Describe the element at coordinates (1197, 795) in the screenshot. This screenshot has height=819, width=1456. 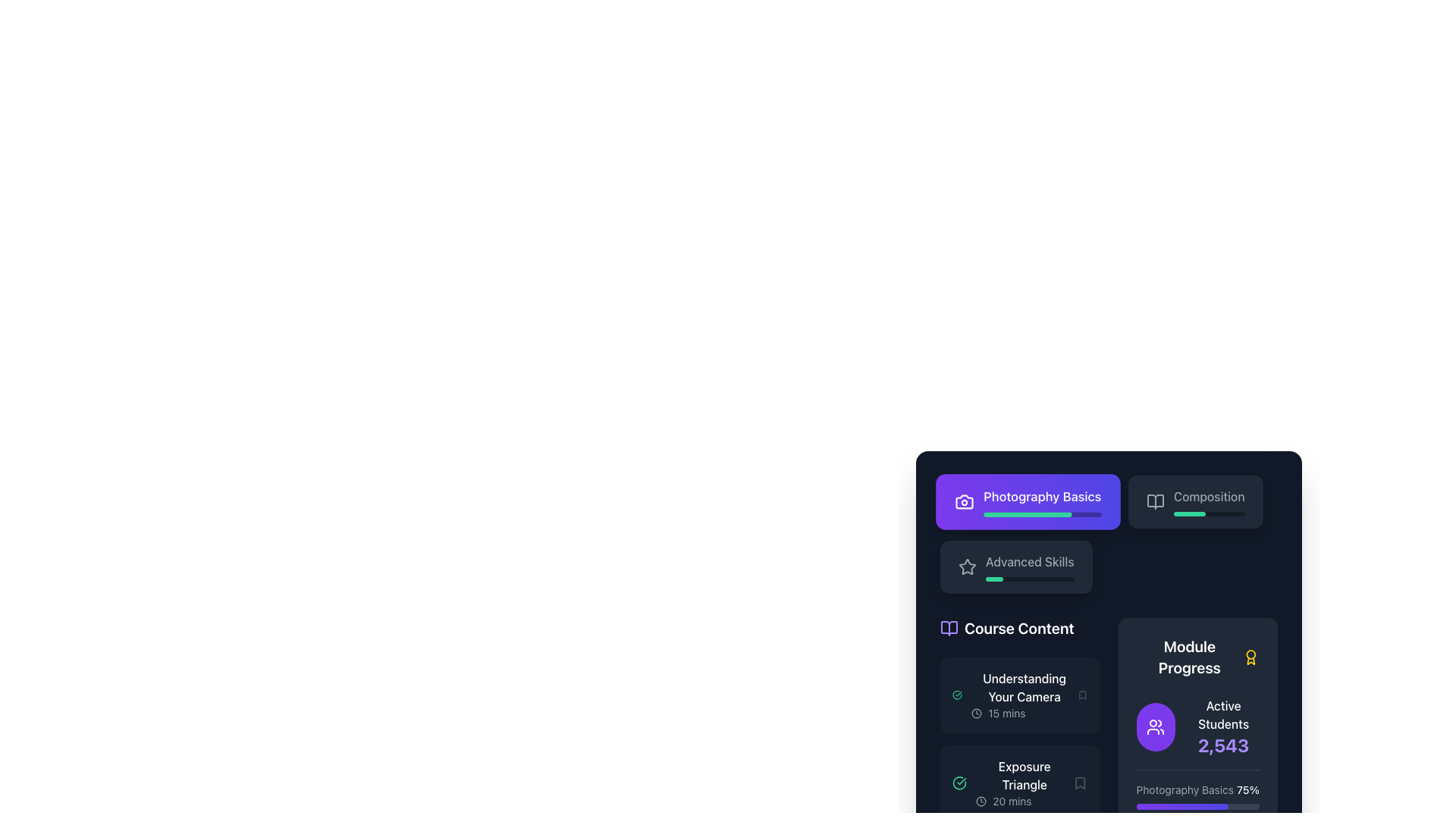
I see `the progress indicator displaying 'Photography Basics' and '75%' in the Module Progress area, which is the first item in the list` at that location.